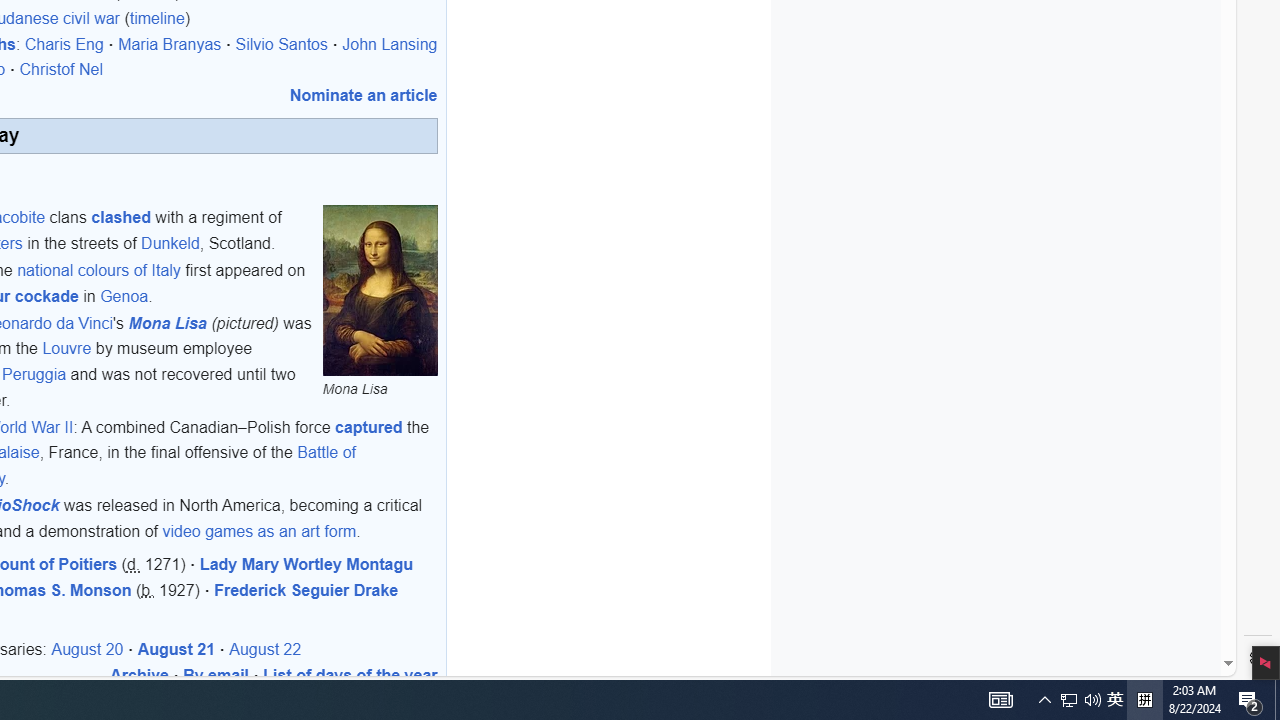 This screenshot has height=720, width=1280. Describe the element at coordinates (216, 675) in the screenshot. I see `'By email'` at that location.